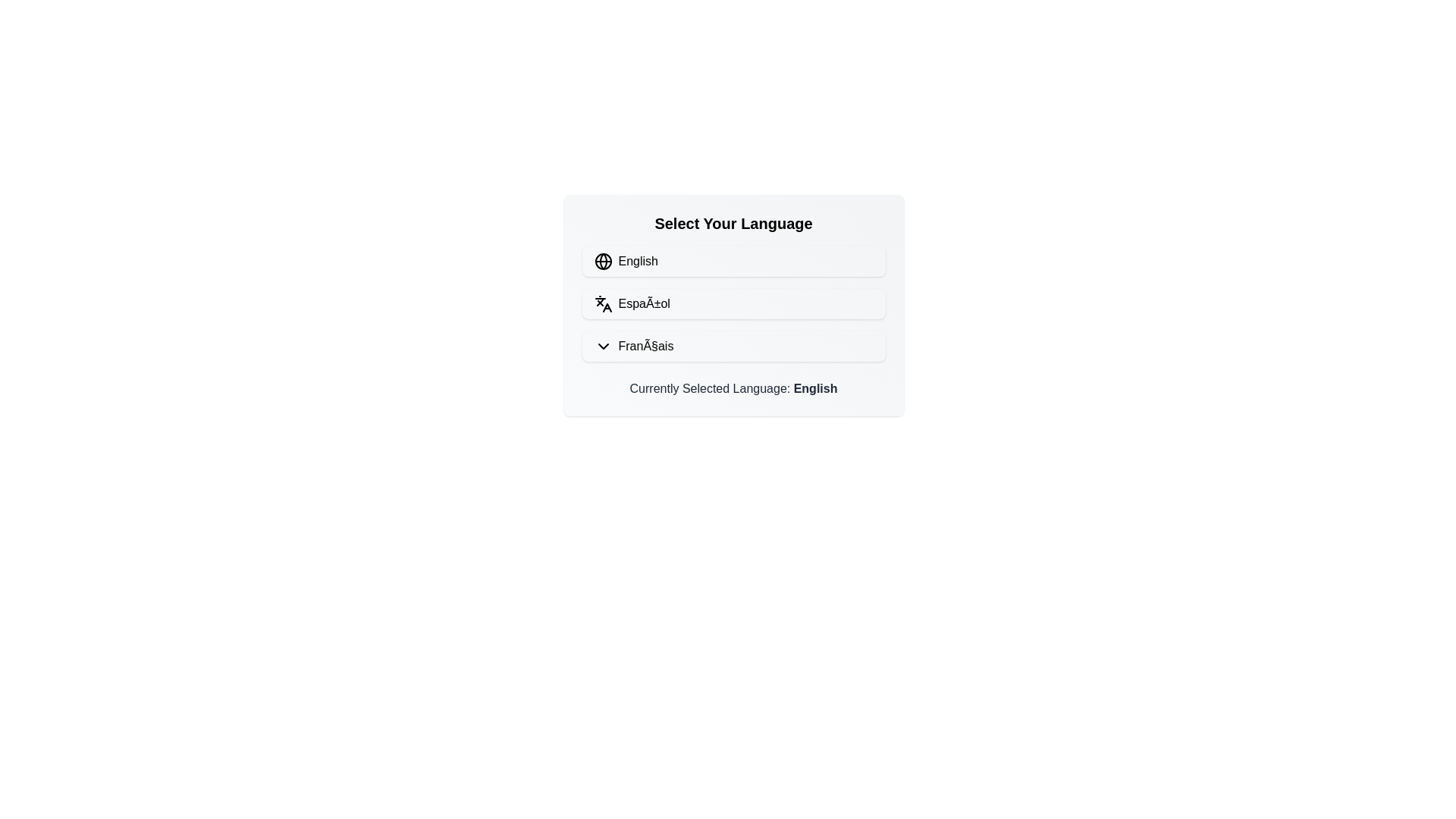 The width and height of the screenshot is (1456, 819). What do you see at coordinates (607, 307) in the screenshot?
I see `the icon that serves as an indicator or toggle for the dropdown expansion of language options next to the 'Français' text item` at bounding box center [607, 307].